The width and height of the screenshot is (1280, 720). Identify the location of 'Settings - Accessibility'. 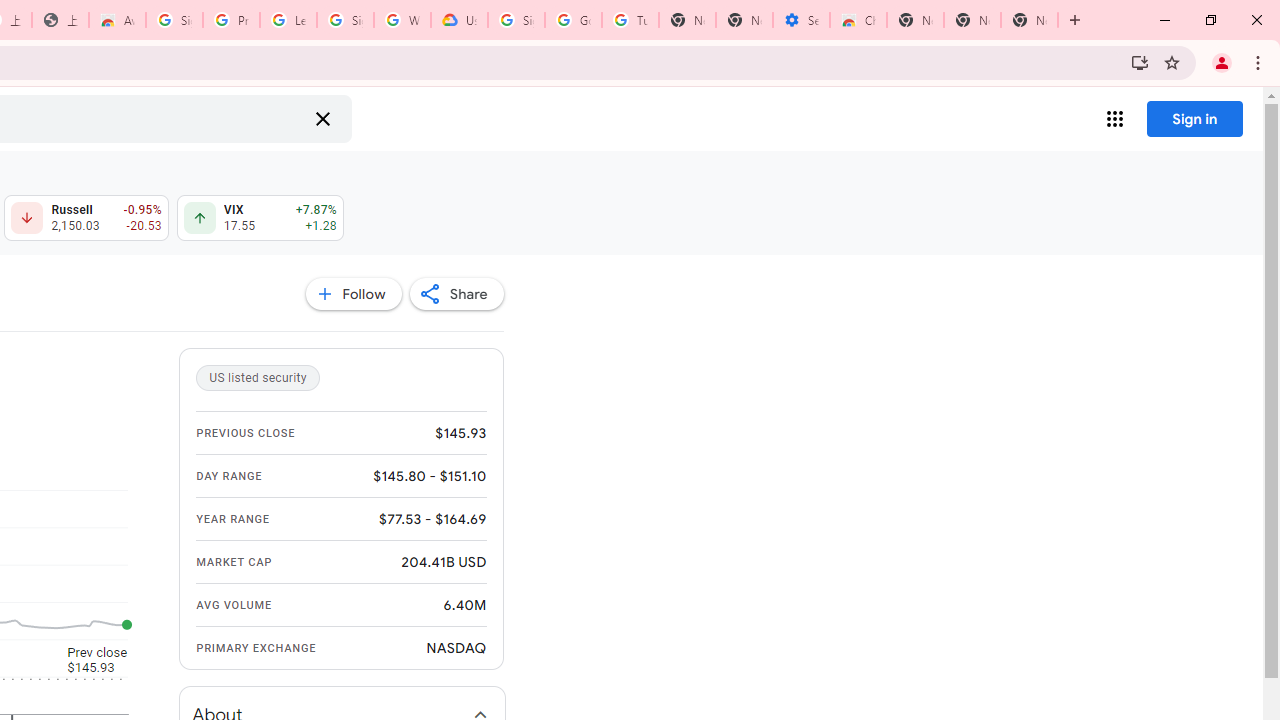
(801, 20).